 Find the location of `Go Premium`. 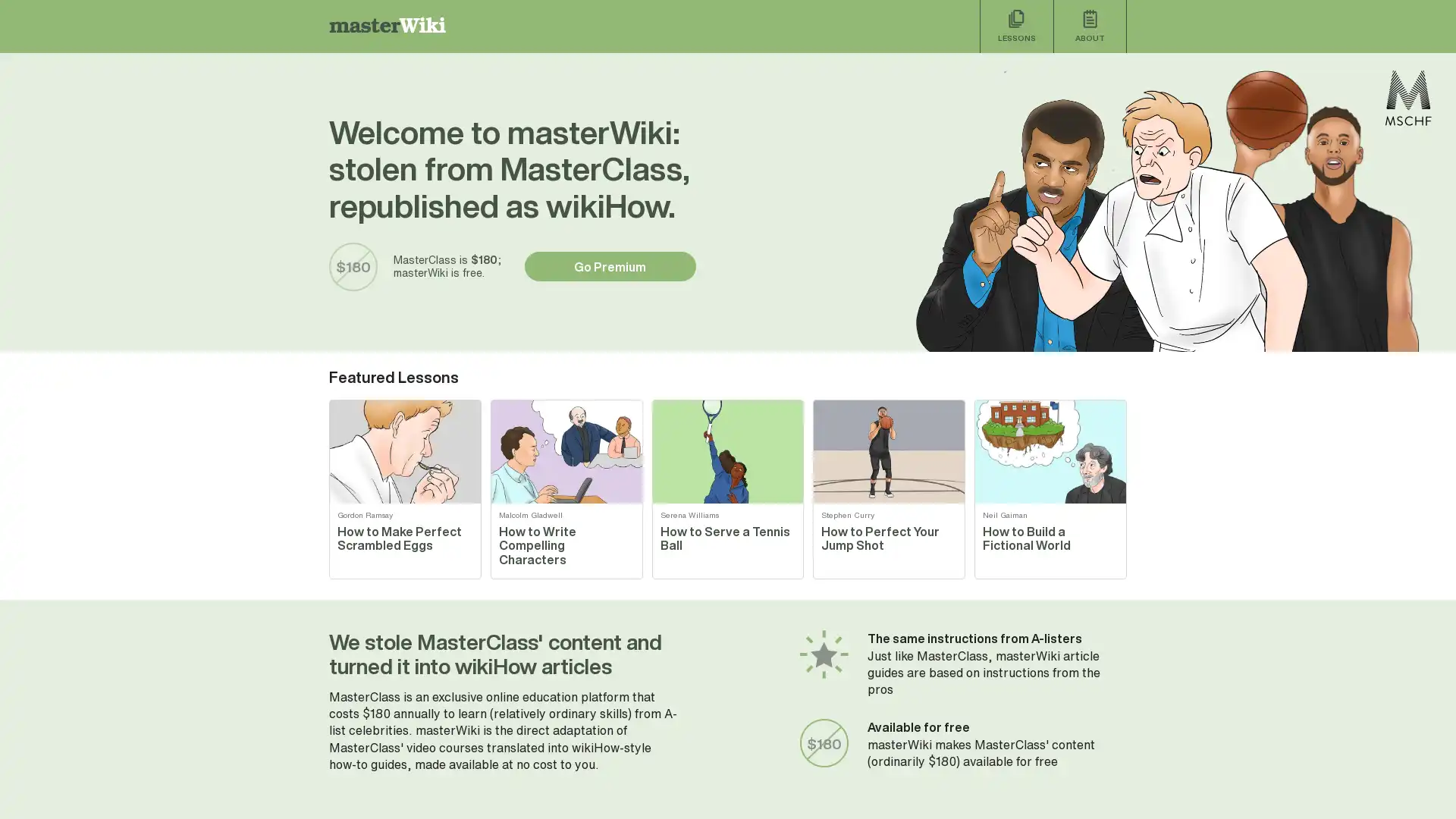

Go Premium is located at coordinates (610, 265).